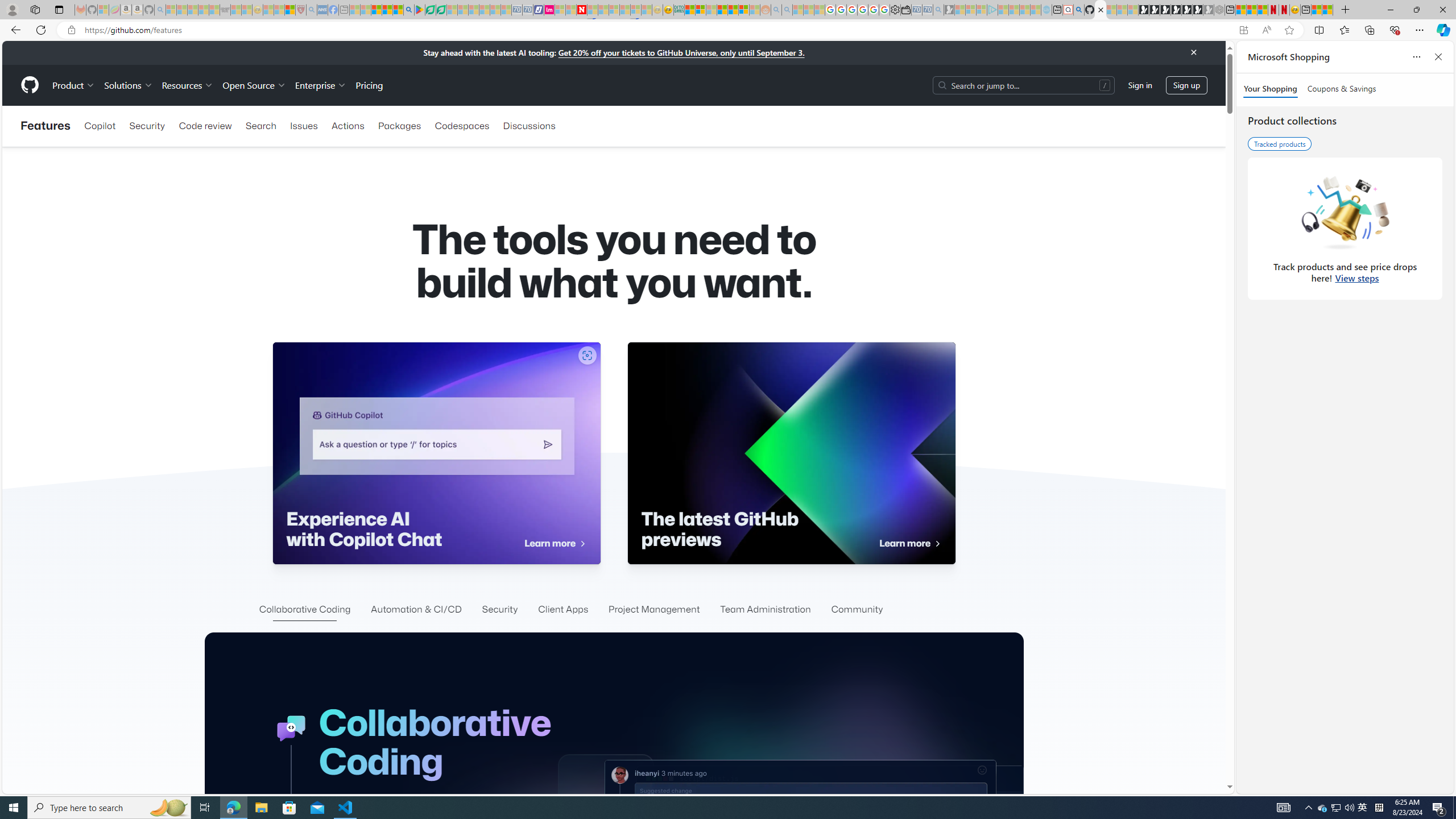 The image size is (1456, 819). Describe the element at coordinates (369, 85) in the screenshot. I see `'Pricing'` at that location.